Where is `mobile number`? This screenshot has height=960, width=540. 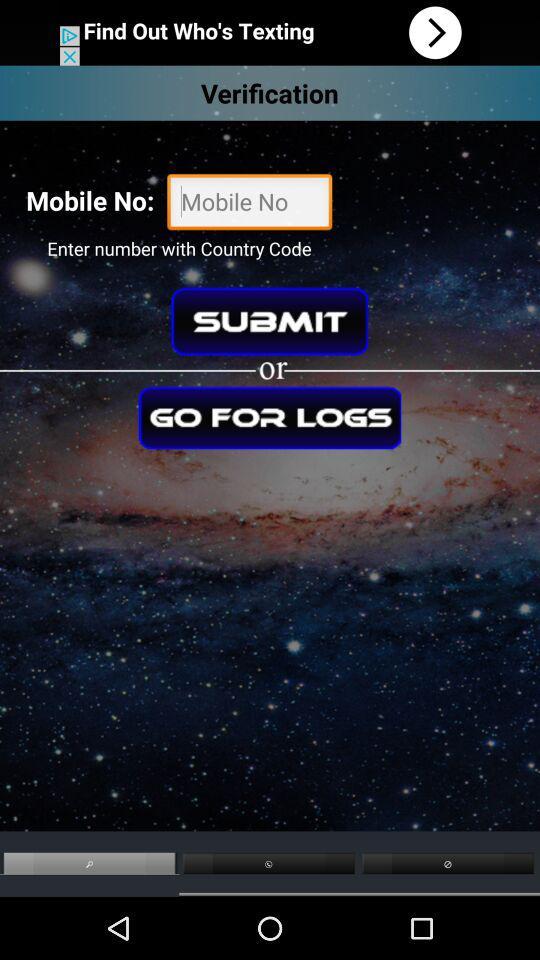
mobile number is located at coordinates (249, 204).